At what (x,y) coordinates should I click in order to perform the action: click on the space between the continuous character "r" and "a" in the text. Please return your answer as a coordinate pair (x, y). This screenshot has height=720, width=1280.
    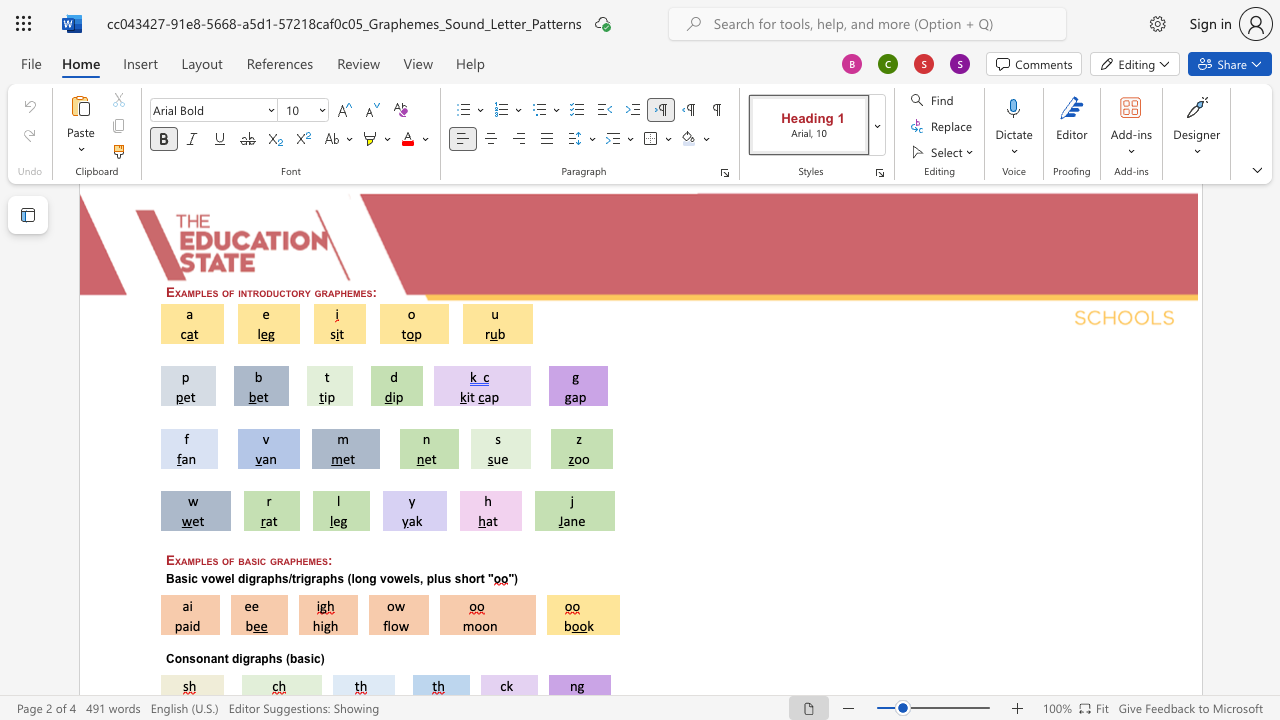
    Looking at the image, I should click on (282, 560).